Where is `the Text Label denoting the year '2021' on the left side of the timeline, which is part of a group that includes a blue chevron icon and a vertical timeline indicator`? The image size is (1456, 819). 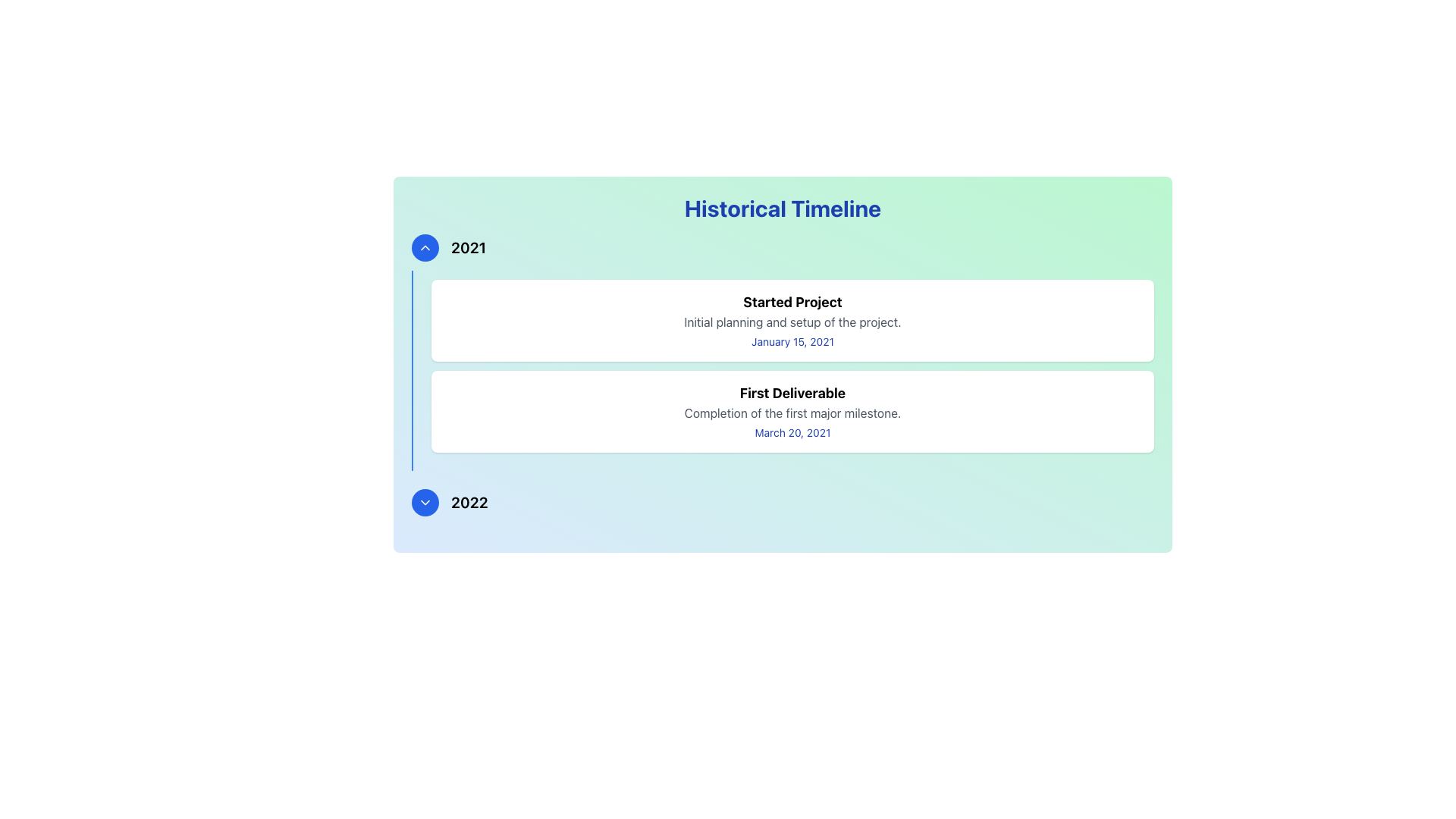
the Text Label denoting the year '2021' on the left side of the timeline, which is part of a group that includes a blue chevron icon and a vertical timeline indicator is located at coordinates (468, 247).